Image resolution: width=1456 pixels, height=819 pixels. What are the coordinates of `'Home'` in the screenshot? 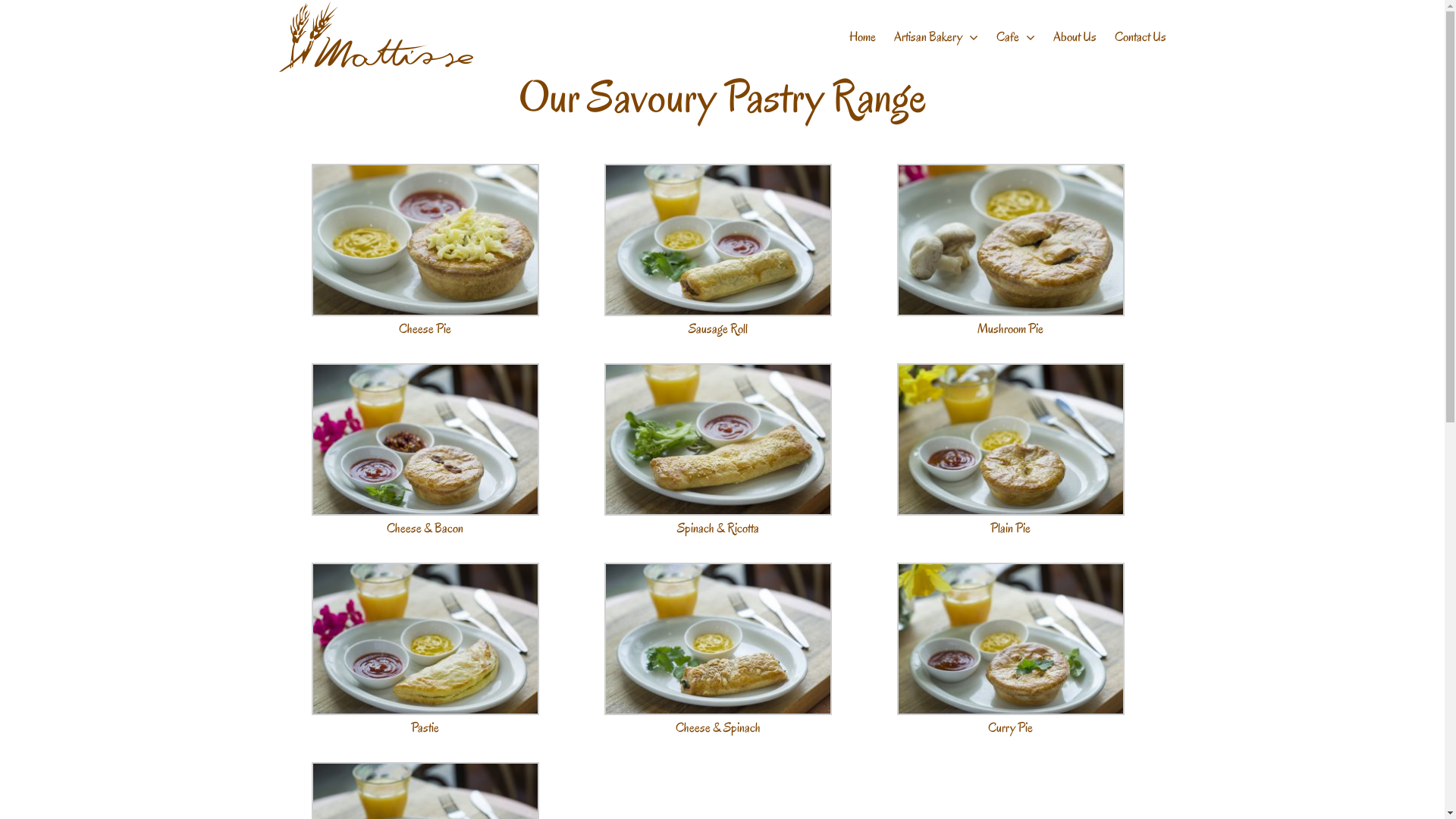 It's located at (848, 36).